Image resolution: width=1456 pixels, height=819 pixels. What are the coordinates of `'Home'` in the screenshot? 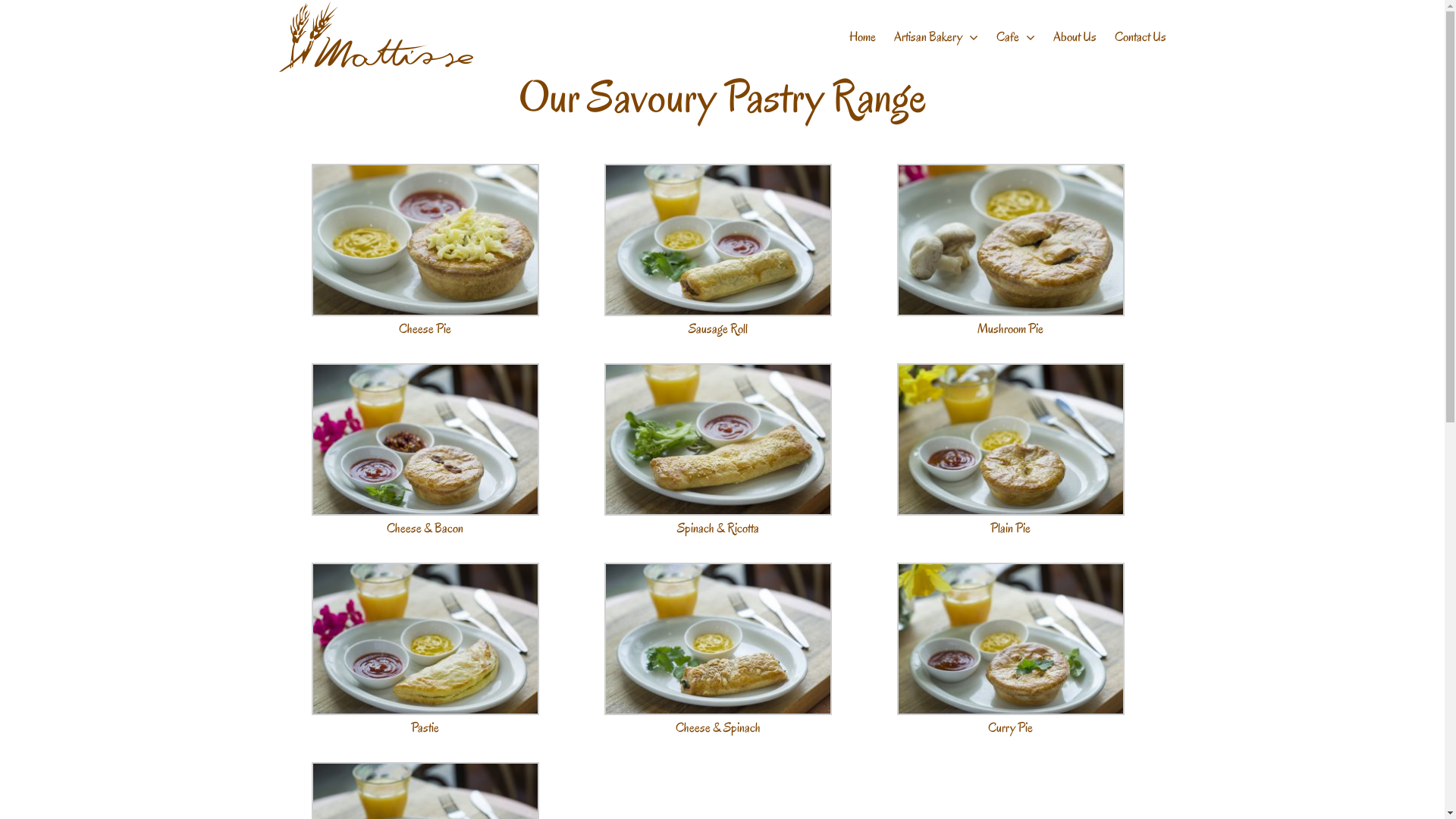 It's located at (848, 36).